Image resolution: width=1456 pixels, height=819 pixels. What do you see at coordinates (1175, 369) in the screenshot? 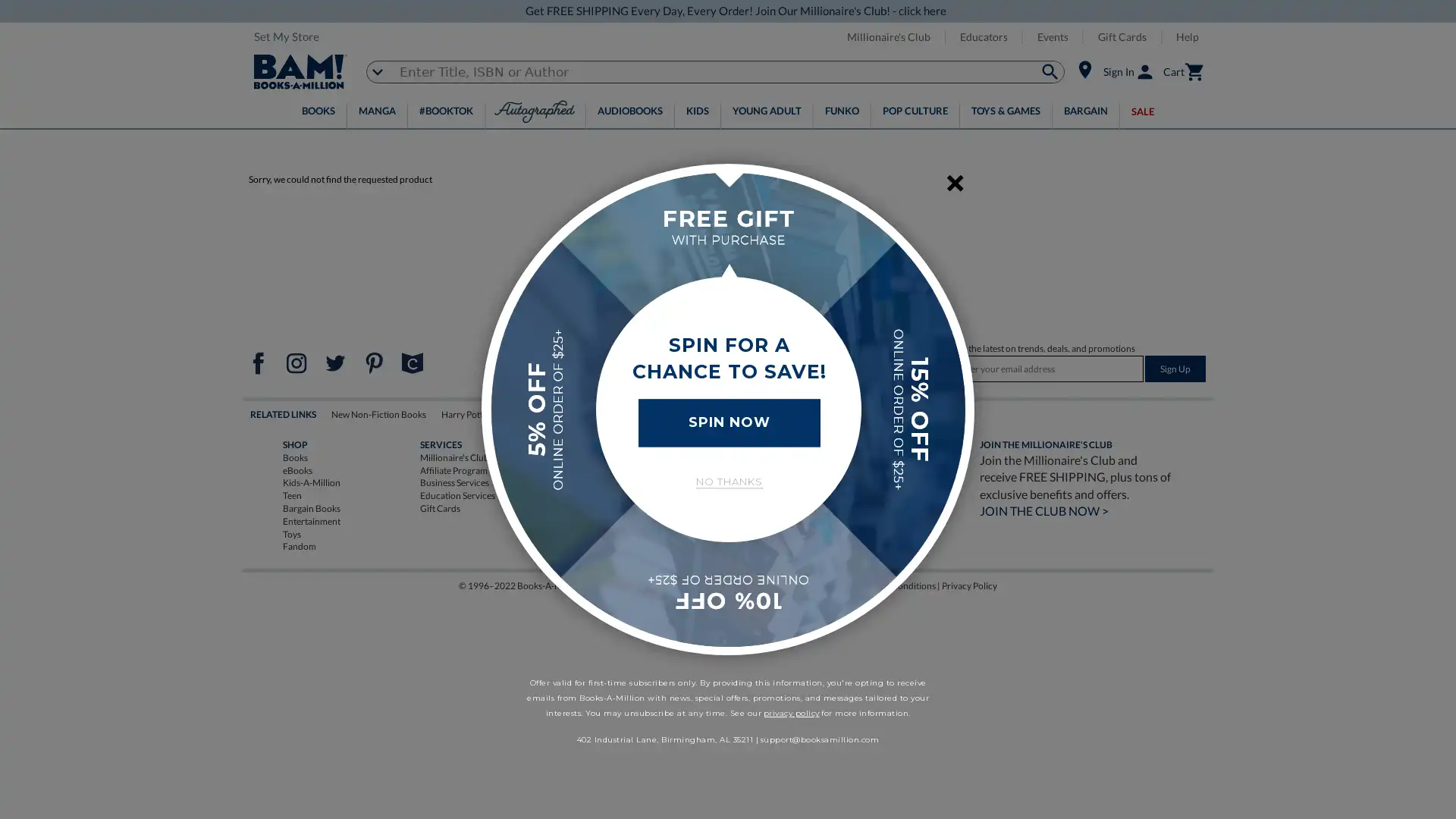
I see `Sign Up` at bounding box center [1175, 369].